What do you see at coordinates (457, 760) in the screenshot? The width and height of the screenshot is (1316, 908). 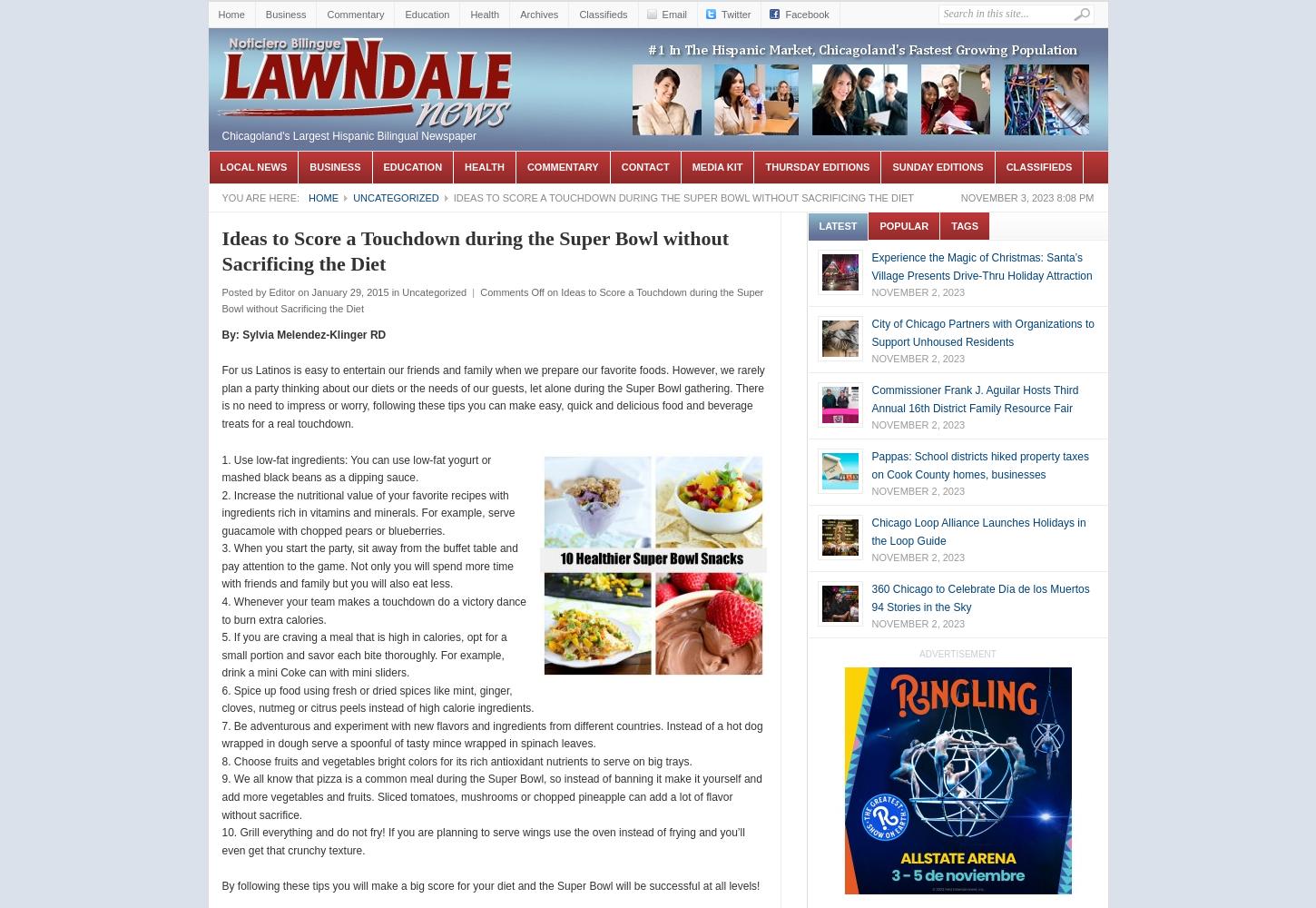 I see `'8.	Choose fruits and vegetables bright colors for its rich antioxidant nutrients to serve on big trays.'` at bounding box center [457, 760].